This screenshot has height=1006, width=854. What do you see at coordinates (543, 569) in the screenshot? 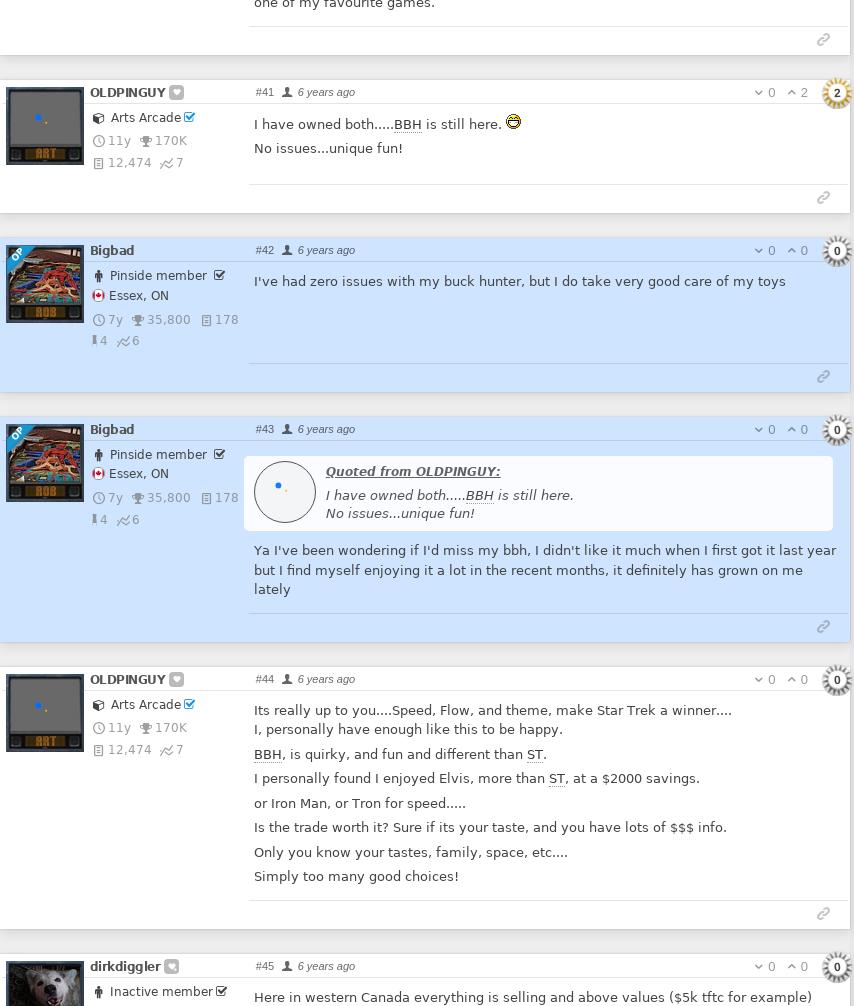
I see `'Ya I've been wondering if I'd miss my bbh, I didn't like it much when I first got it last year but I find myself enjoying it a lot in the recent months, it definitely has grown on me lately'` at bounding box center [543, 569].